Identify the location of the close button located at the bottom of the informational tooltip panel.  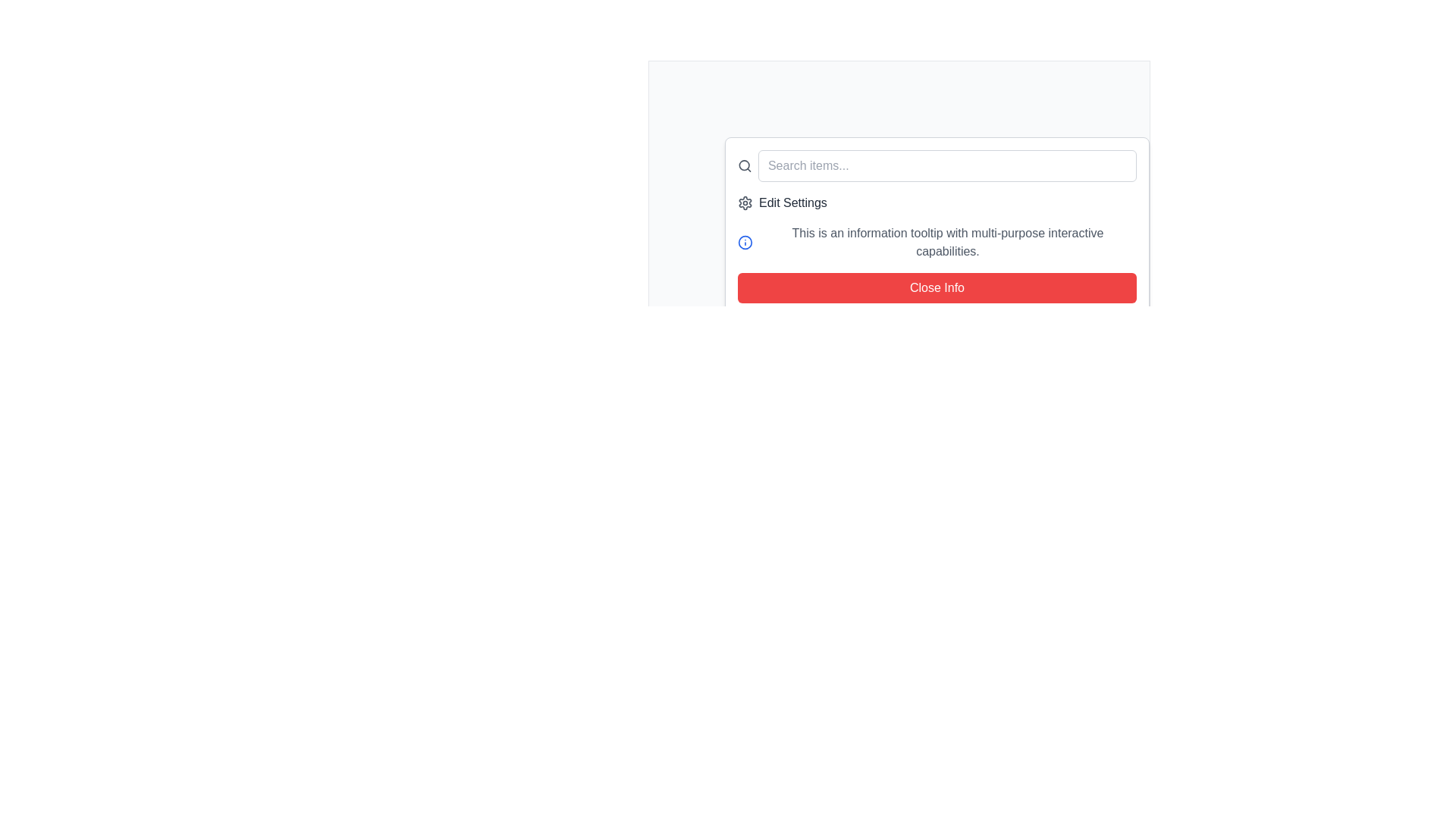
(937, 288).